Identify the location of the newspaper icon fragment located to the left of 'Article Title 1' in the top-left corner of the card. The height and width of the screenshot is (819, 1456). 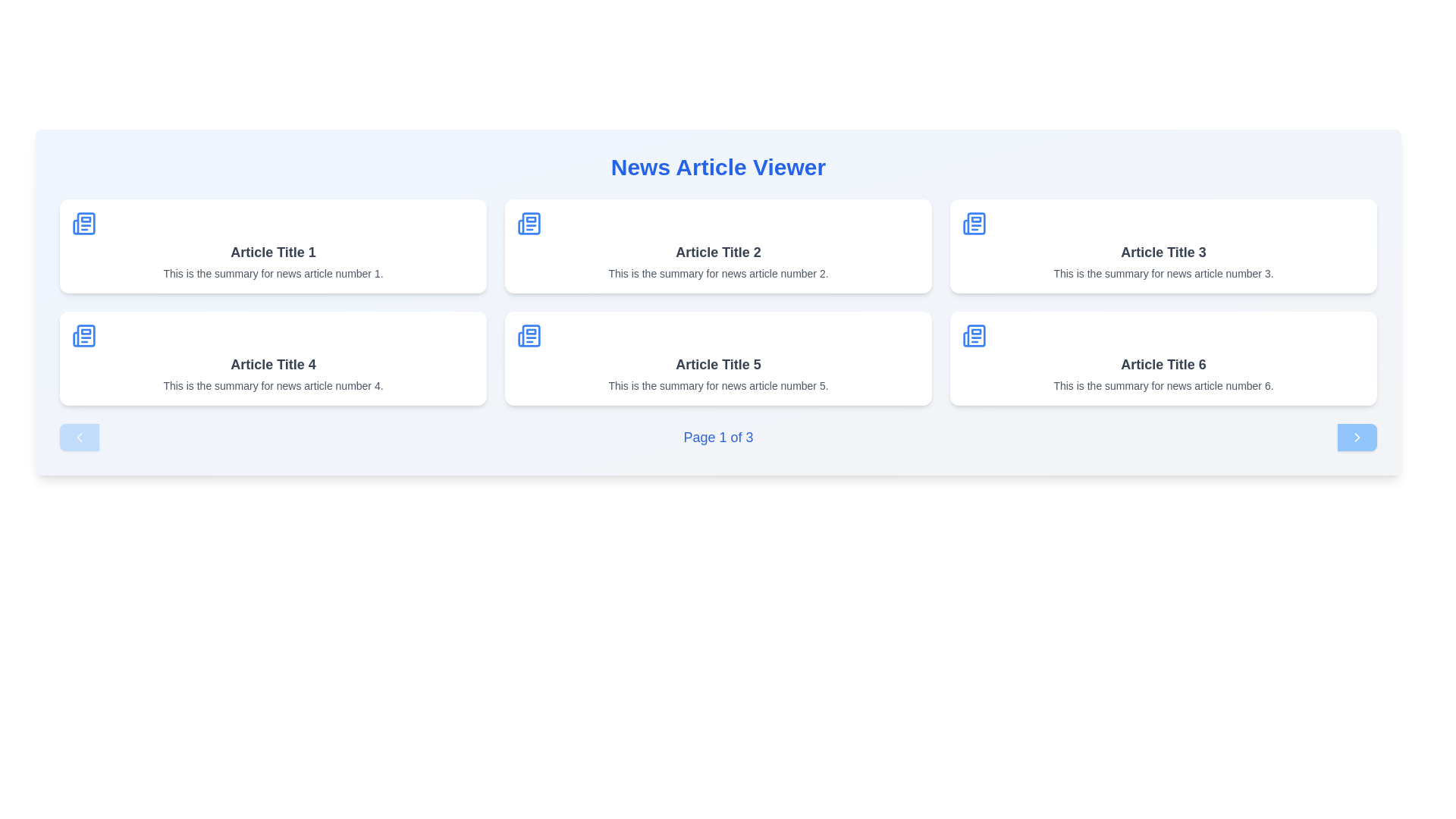
(83, 223).